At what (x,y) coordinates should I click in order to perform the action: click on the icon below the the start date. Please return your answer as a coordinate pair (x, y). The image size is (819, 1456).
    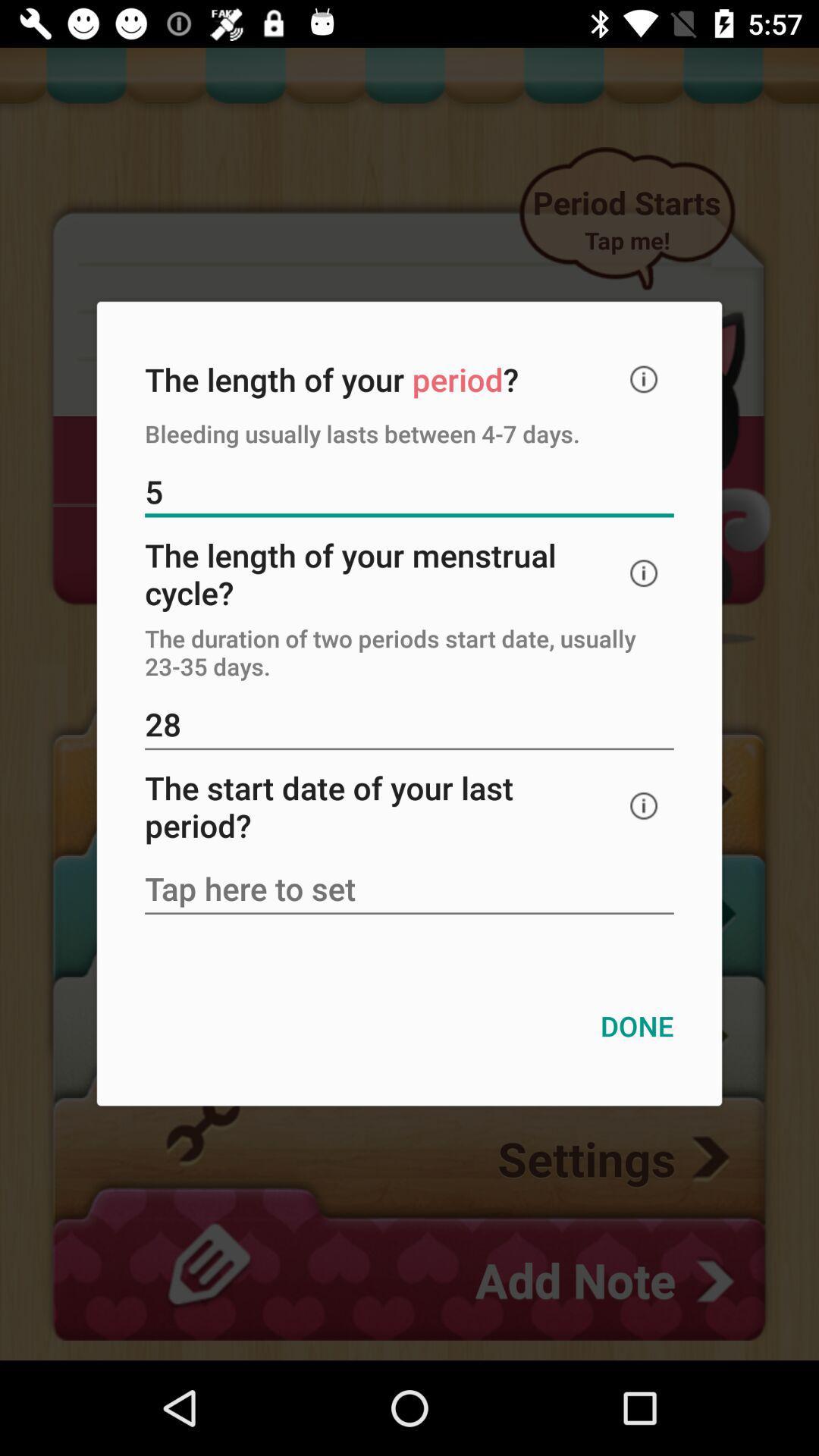
    Looking at the image, I should click on (409, 890).